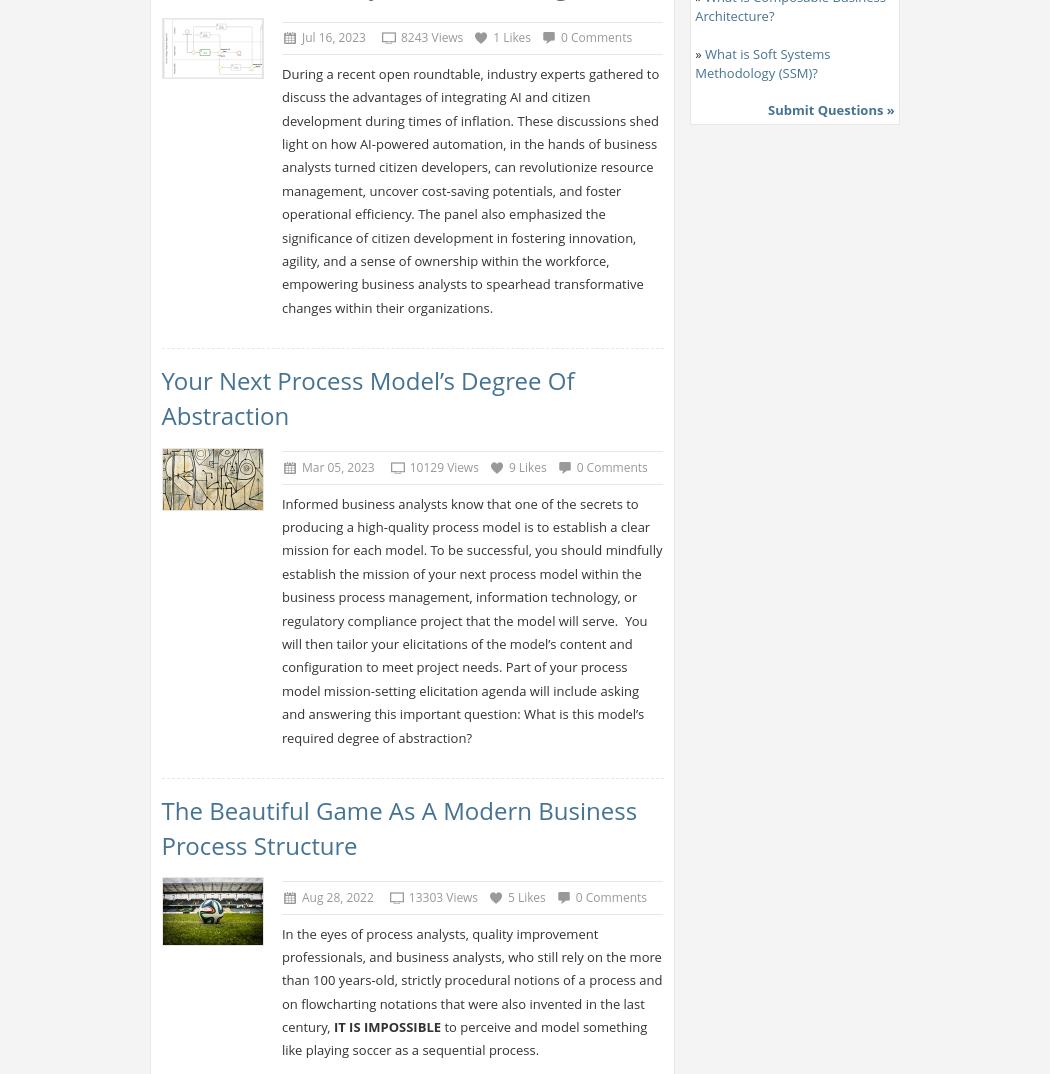 This screenshot has height=1074, width=1050. What do you see at coordinates (366, 396) in the screenshot?
I see `'Your Next Process Model’s Degree of Abstraction'` at bounding box center [366, 396].